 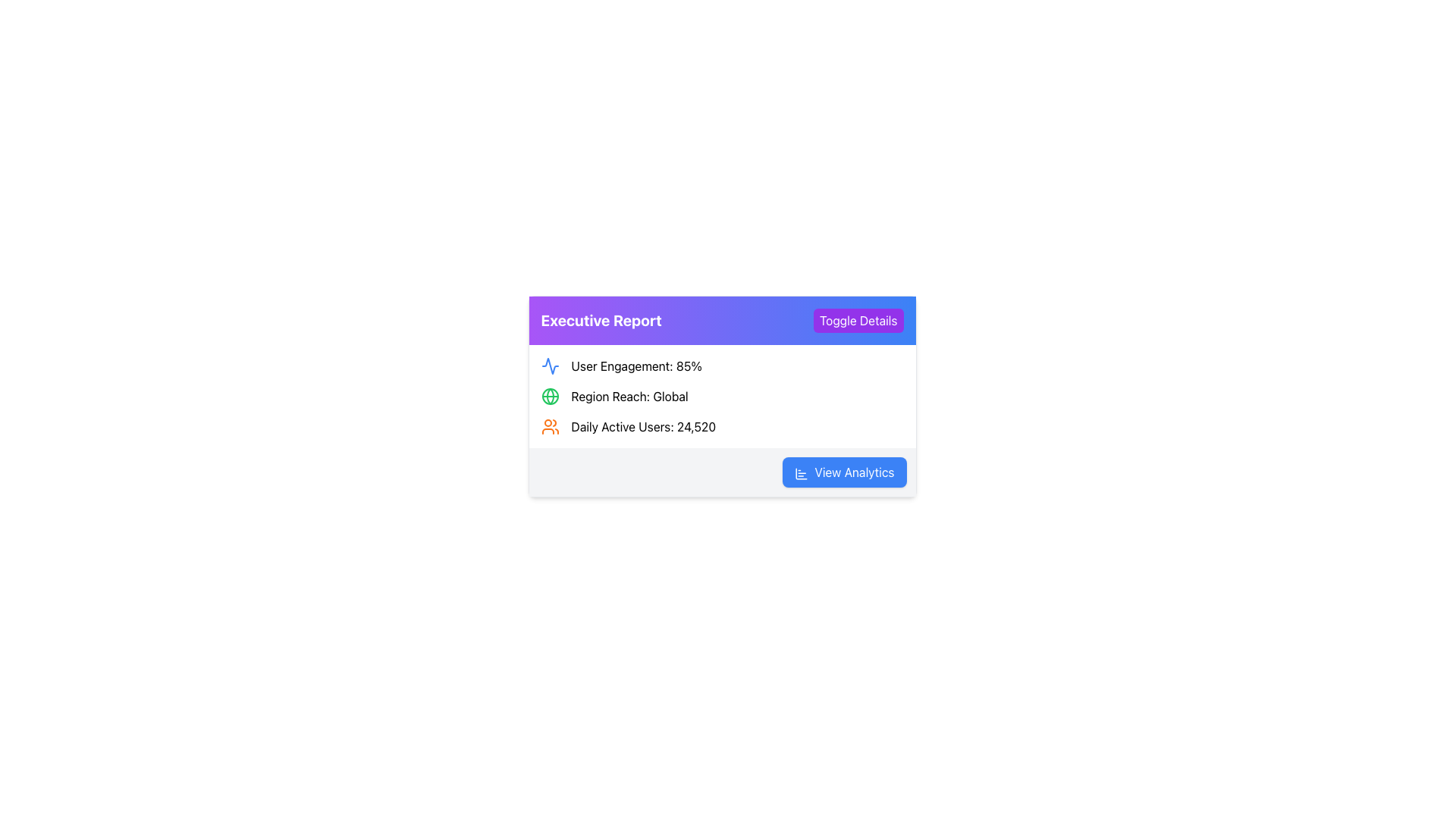 What do you see at coordinates (549, 396) in the screenshot?
I see `the icon representing 'global reach' that precedes the text 'Region Reach: Global' in the 'Executive Report' section` at bounding box center [549, 396].